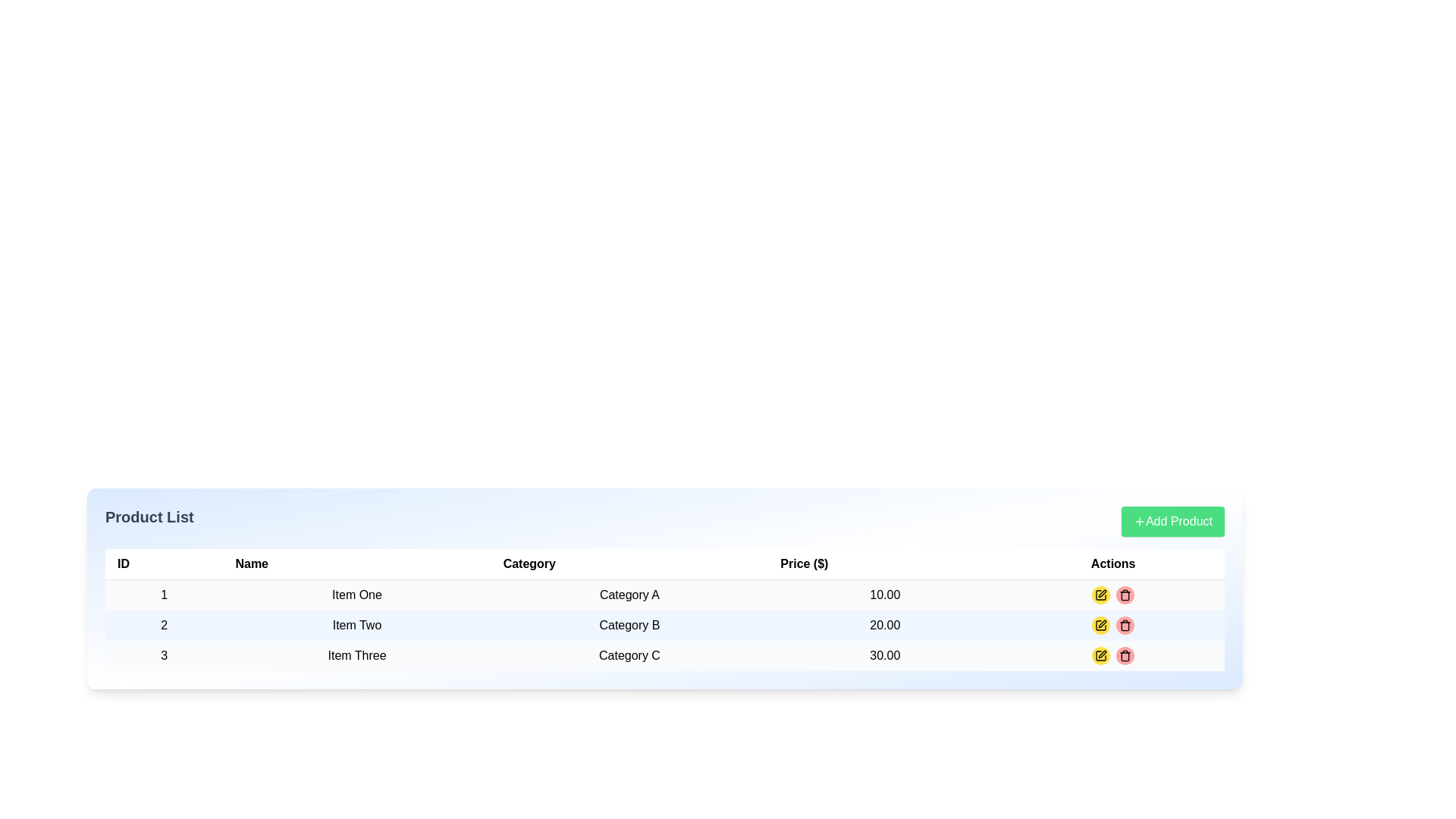 The height and width of the screenshot is (819, 1456). Describe the element at coordinates (1113, 564) in the screenshot. I see `the 'Actions' column header in the table, which is located at the far right of the header row, adjacent to 'Price ($)', 'Category', 'Name', and 'ID'` at that location.